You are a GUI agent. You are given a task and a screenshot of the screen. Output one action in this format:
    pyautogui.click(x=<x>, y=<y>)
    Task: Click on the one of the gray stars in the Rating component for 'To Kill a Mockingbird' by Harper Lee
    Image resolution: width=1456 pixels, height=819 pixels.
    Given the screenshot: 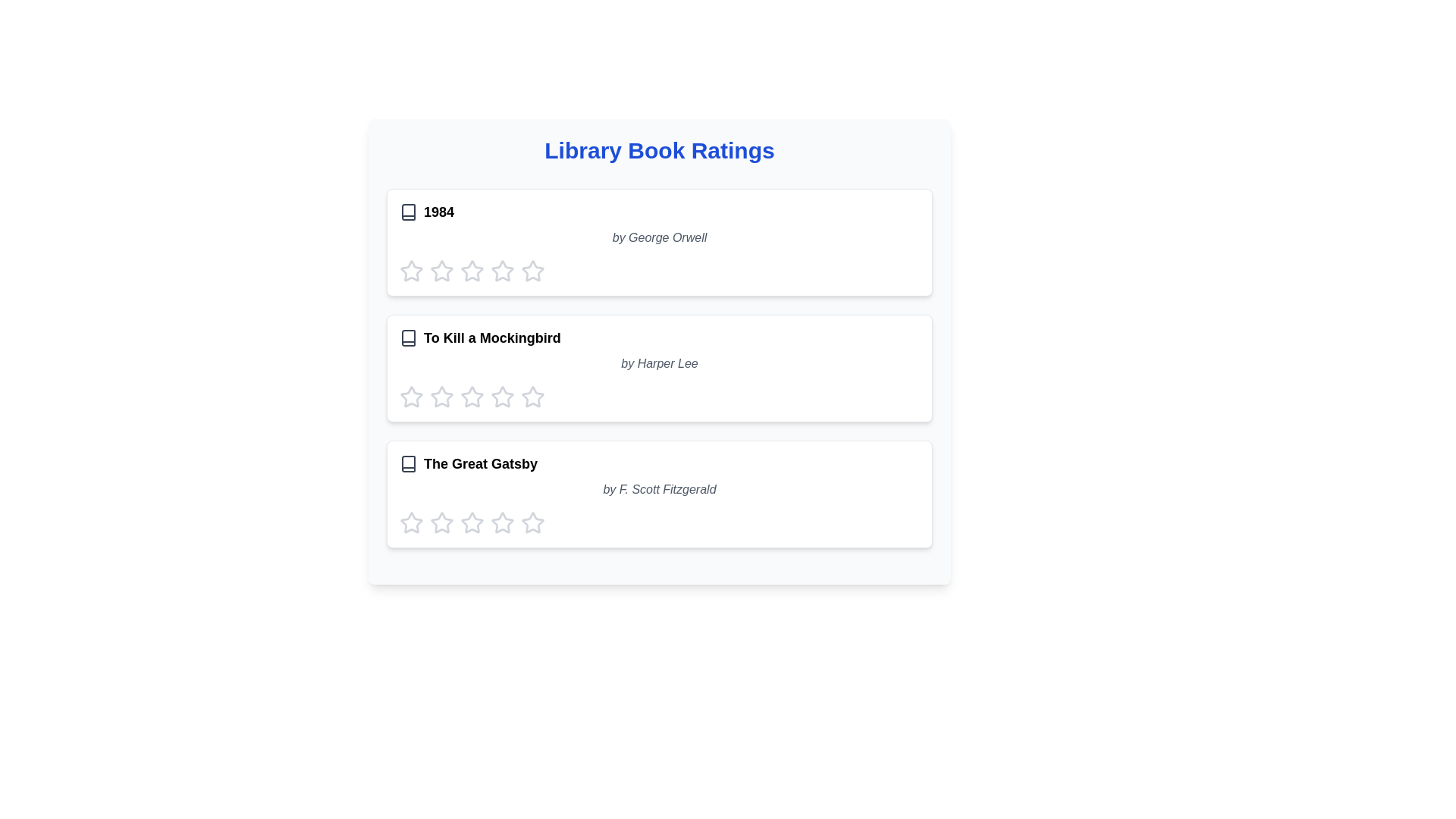 What is the action you would take?
    pyautogui.click(x=659, y=397)
    